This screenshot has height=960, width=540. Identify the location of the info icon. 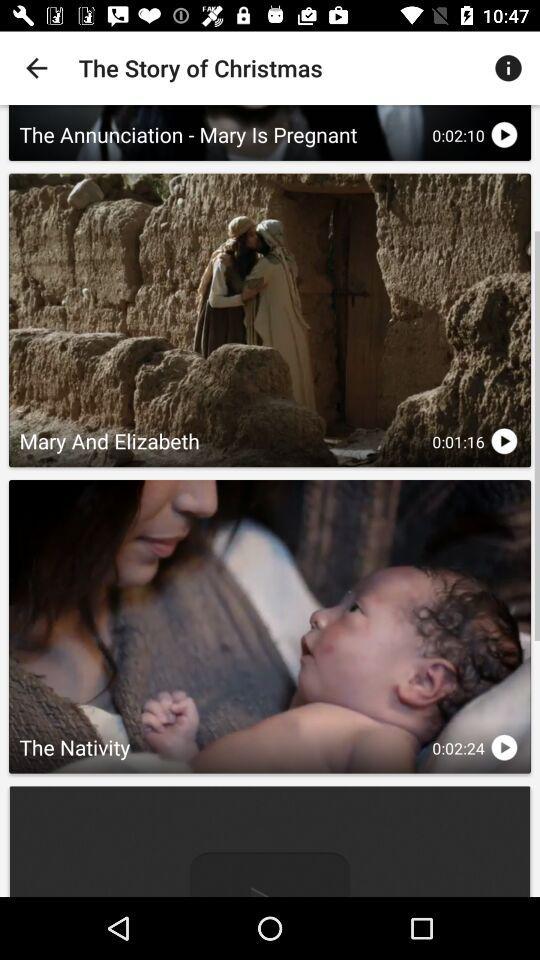
(502, 68).